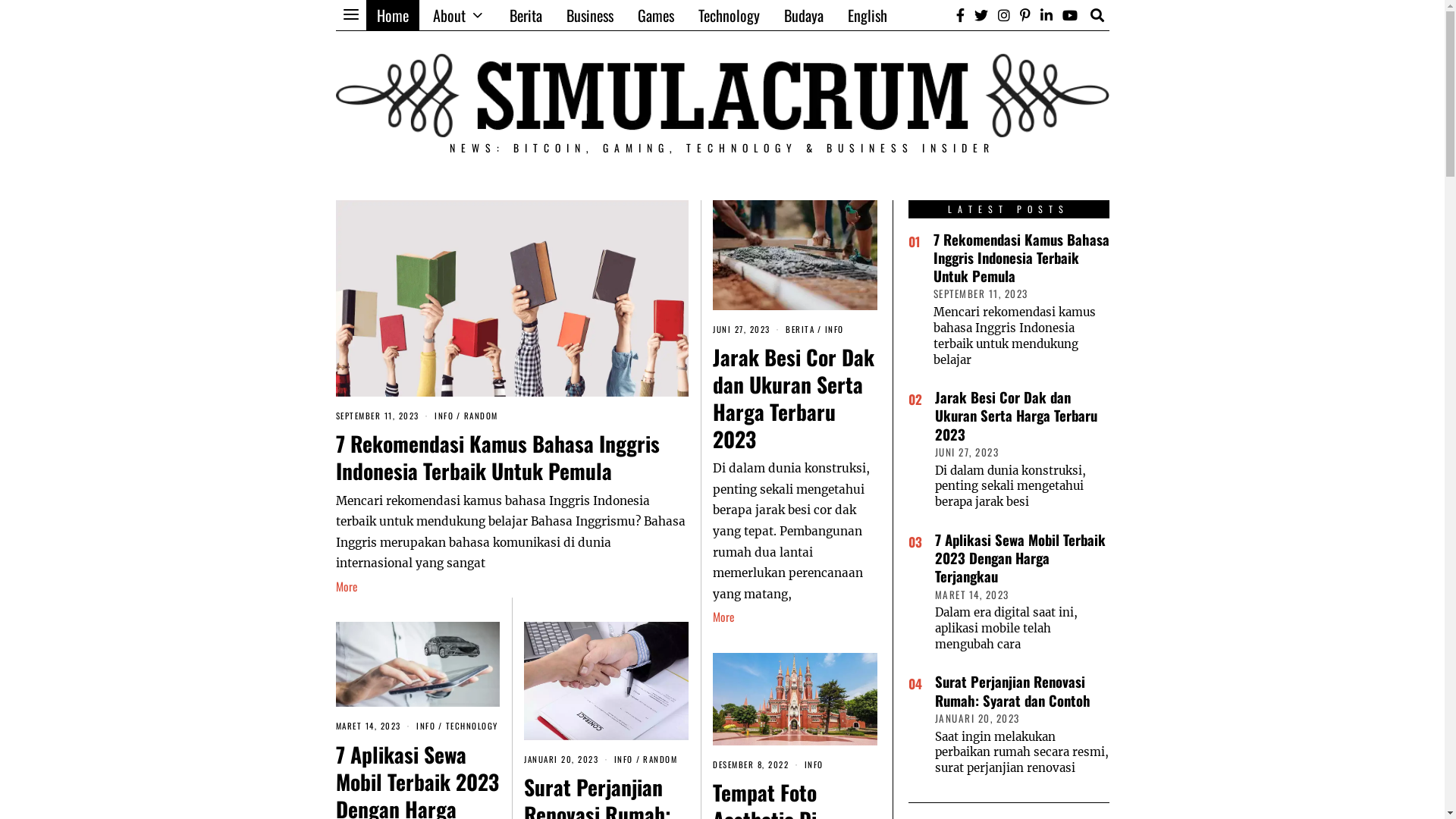 The height and width of the screenshot is (819, 1456). I want to click on 'INFO', so click(623, 759).